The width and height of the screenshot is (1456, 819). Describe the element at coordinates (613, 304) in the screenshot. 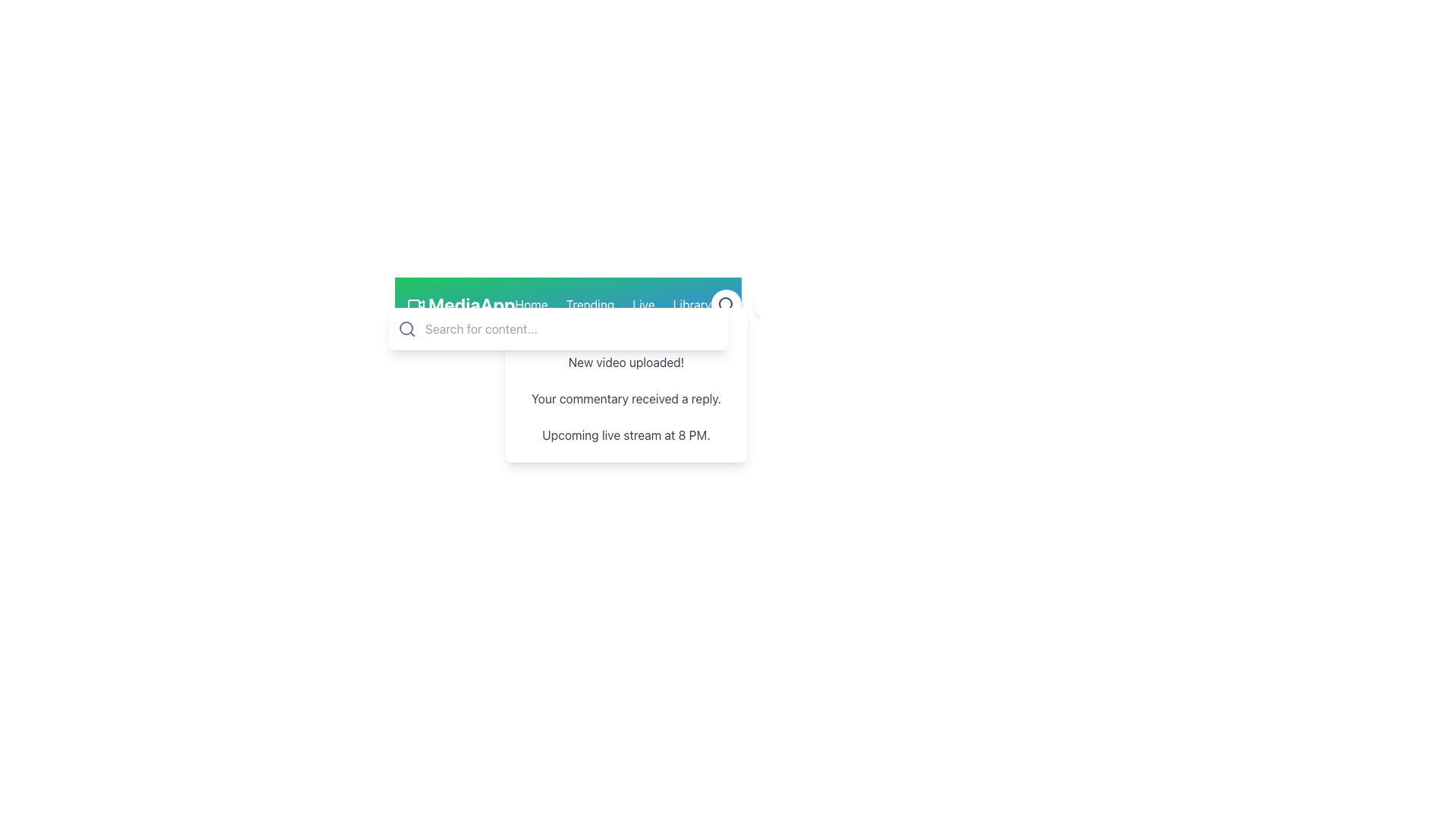

I see `the Navigation Bar element located centrally in the header of the application` at that location.